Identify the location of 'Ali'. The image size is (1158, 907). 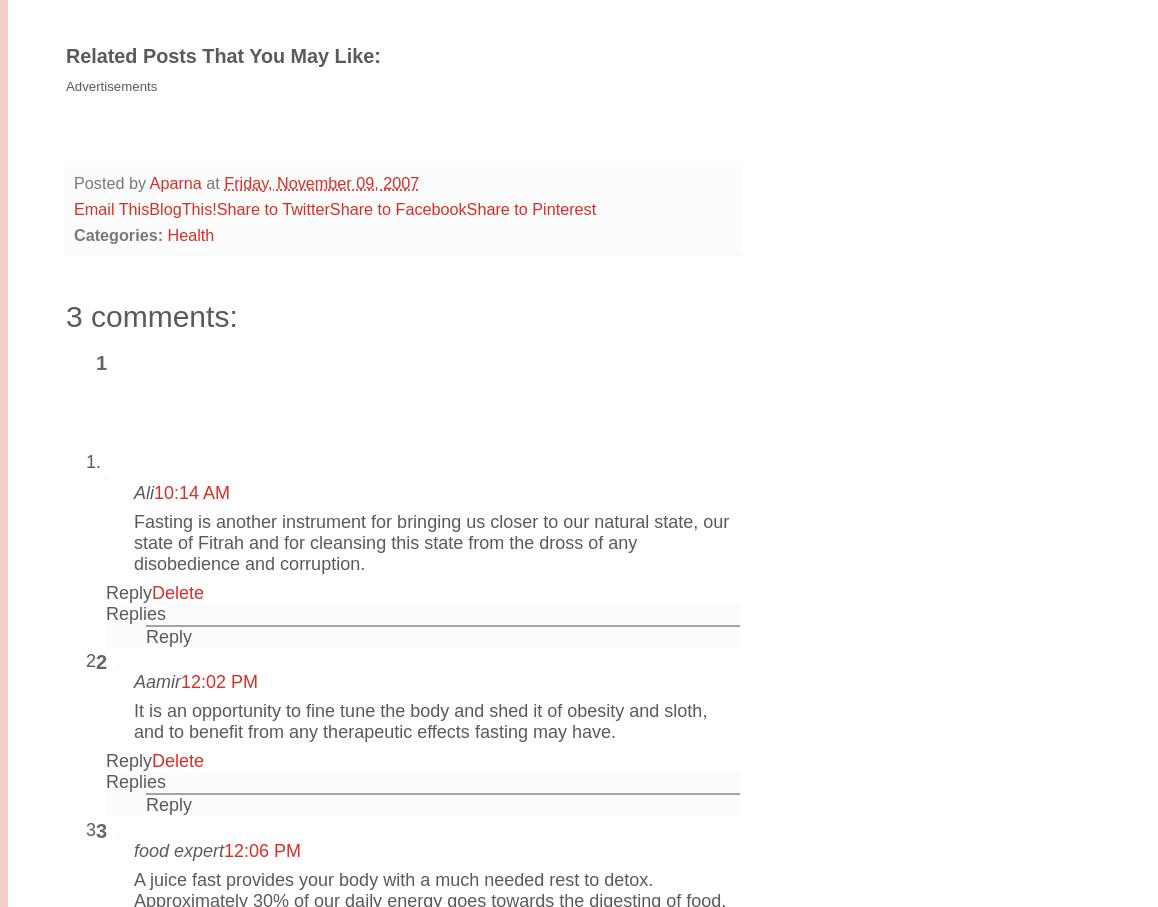
(143, 491).